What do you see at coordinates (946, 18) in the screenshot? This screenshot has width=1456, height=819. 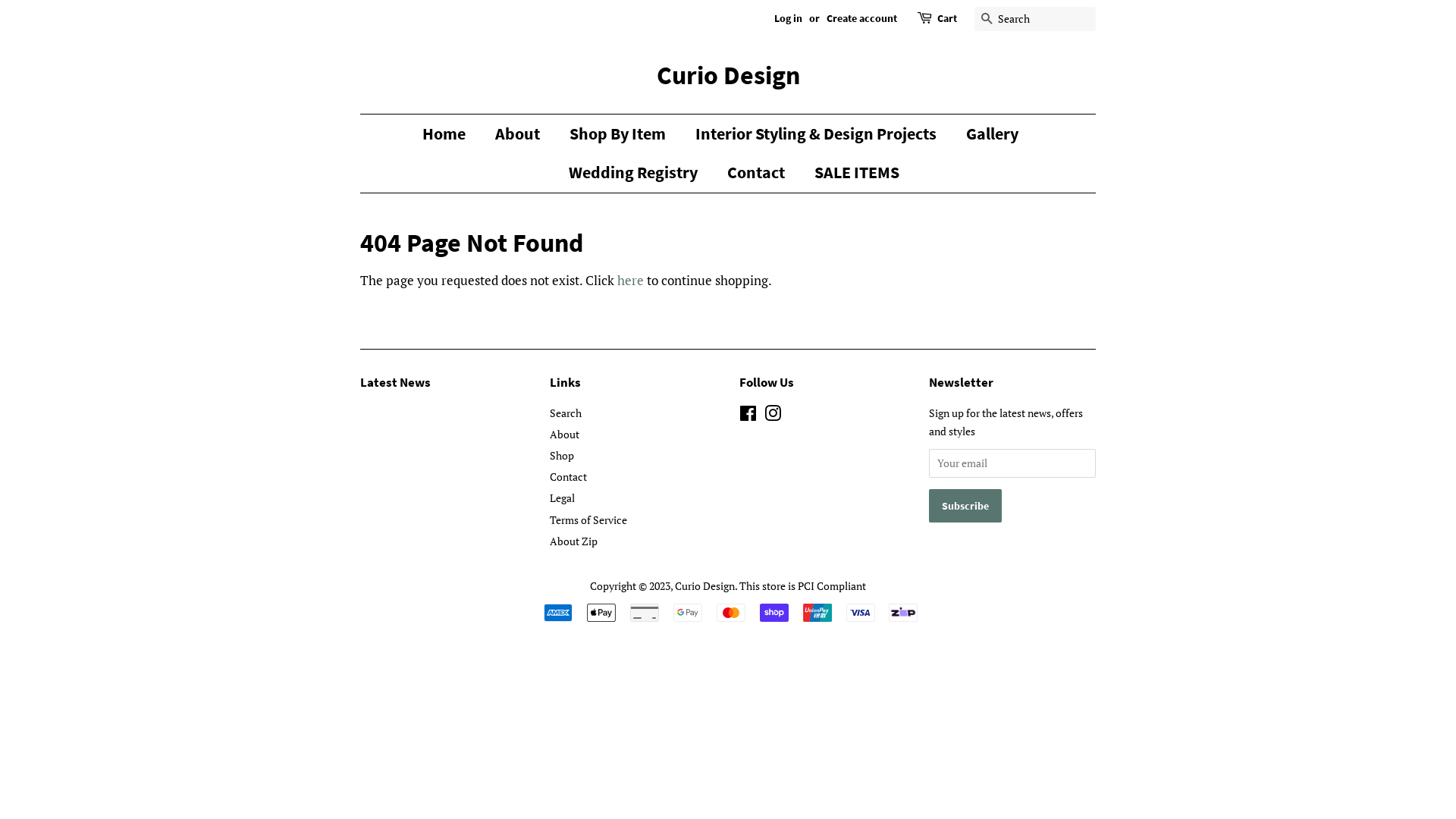 I see `'Cart'` at bounding box center [946, 18].